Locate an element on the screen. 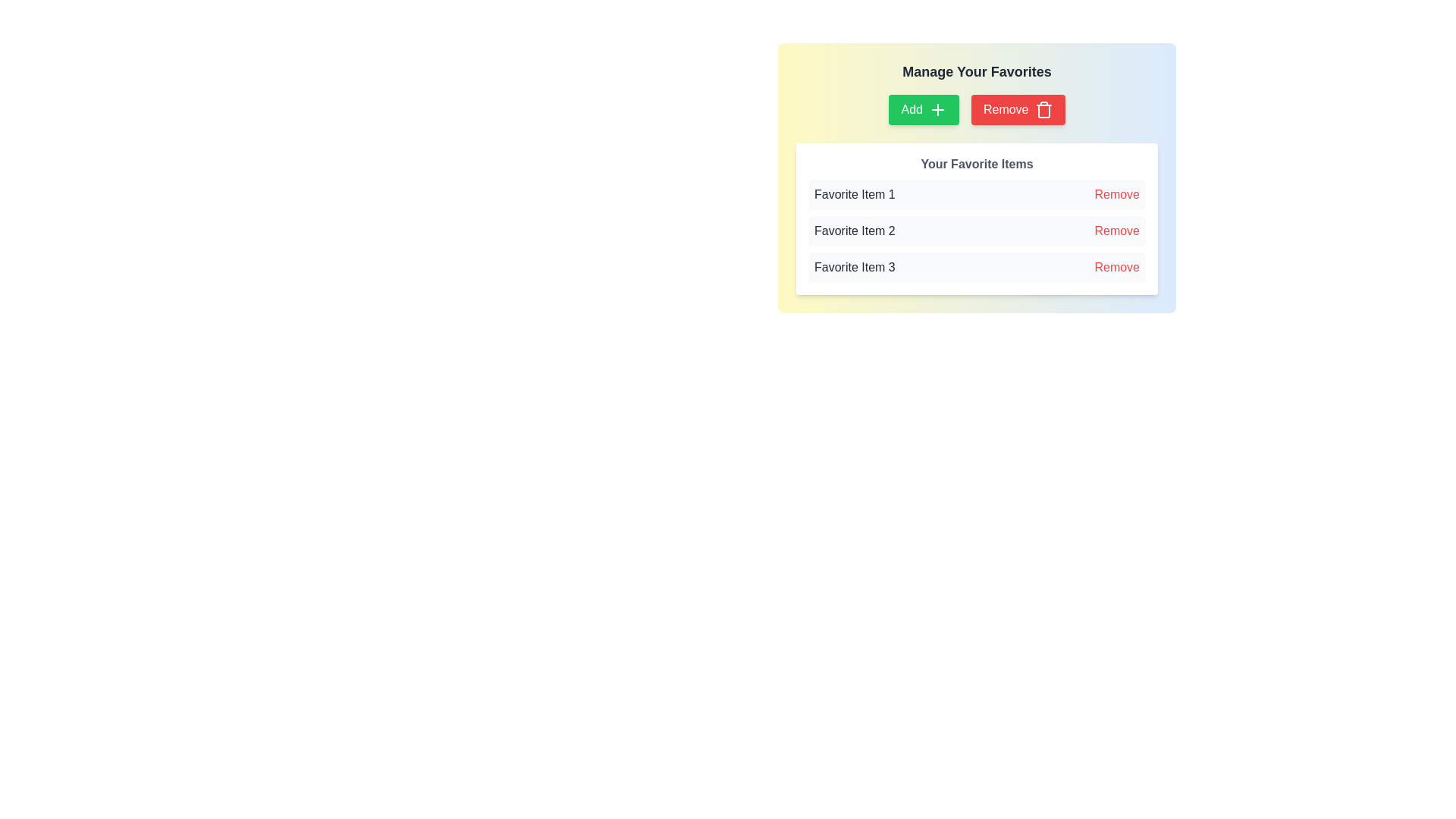  the 'Remove' button styled with red text located at the far right of the third row in the 'Your Favorite Items' section to change its color is located at coordinates (1117, 267).